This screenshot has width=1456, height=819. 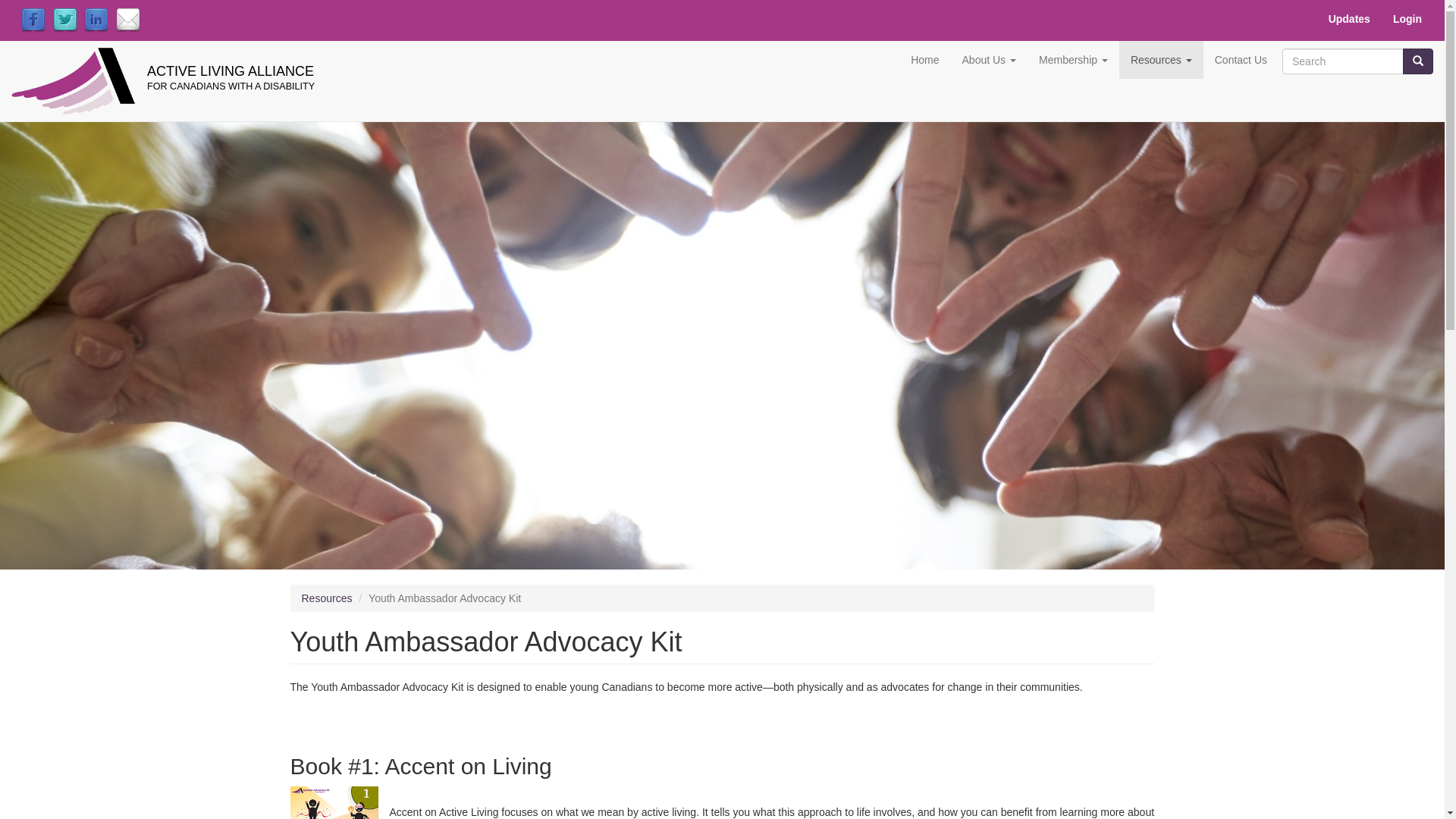 What do you see at coordinates (1407, 18) in the screenshot?
I see `'Login'` at bounding box center [1407, 18].